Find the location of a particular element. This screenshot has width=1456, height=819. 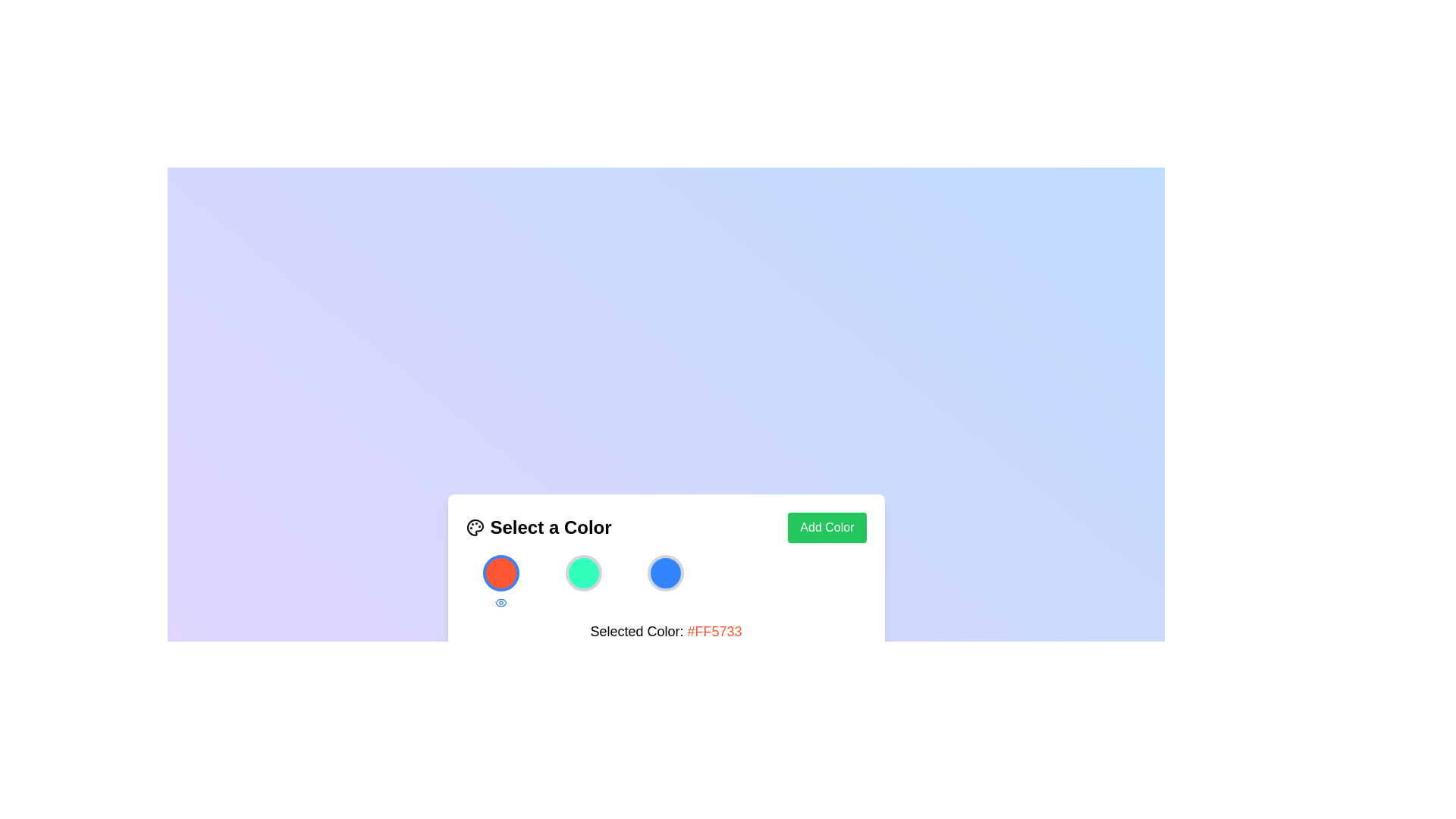

the middle selectable circular button in the color selection component is located at coordinates (582, 573).